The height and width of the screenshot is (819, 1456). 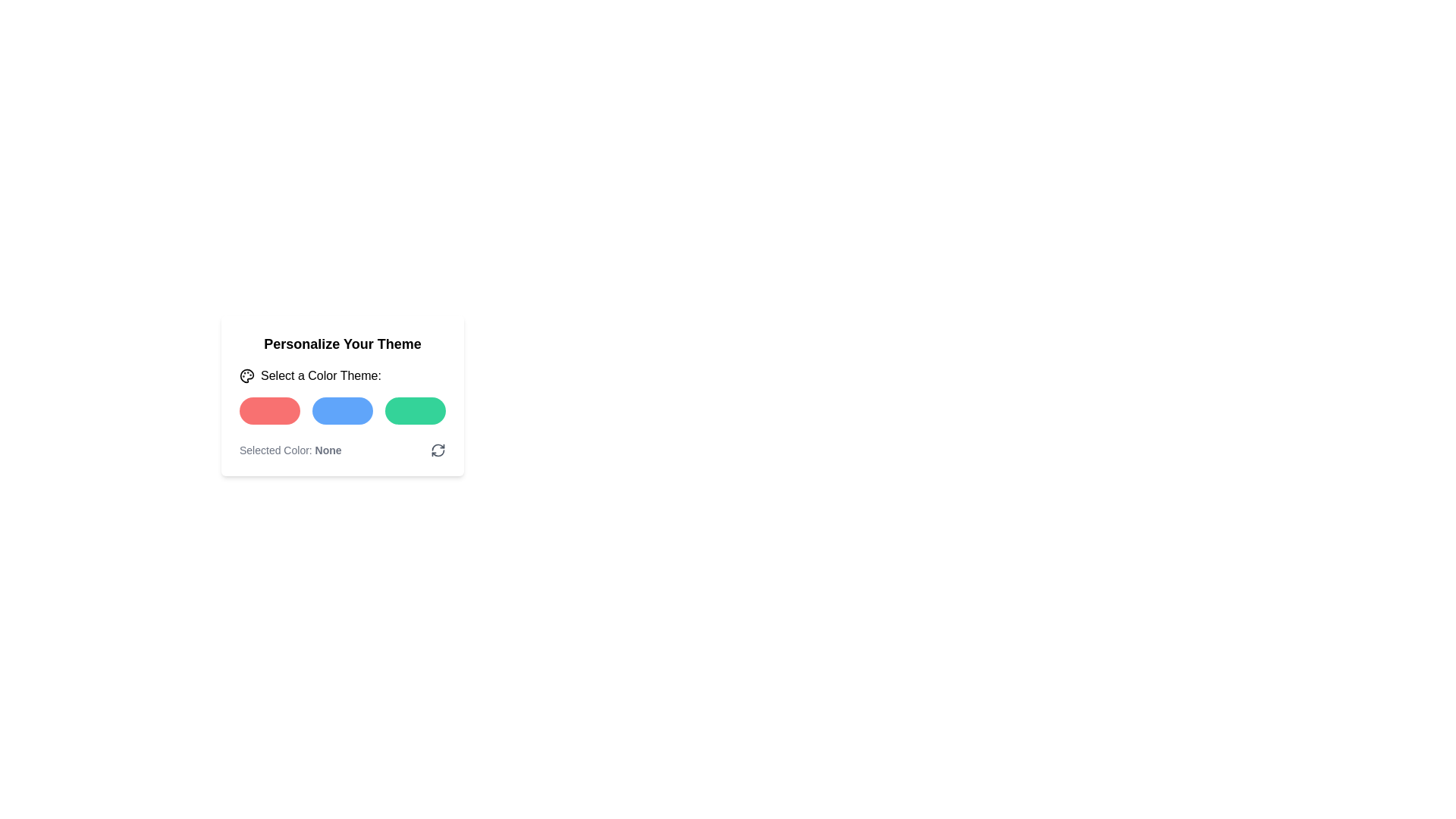 I want to click on the middle circular button in the bottom-center of the interface section, so click(x=341, y=411).